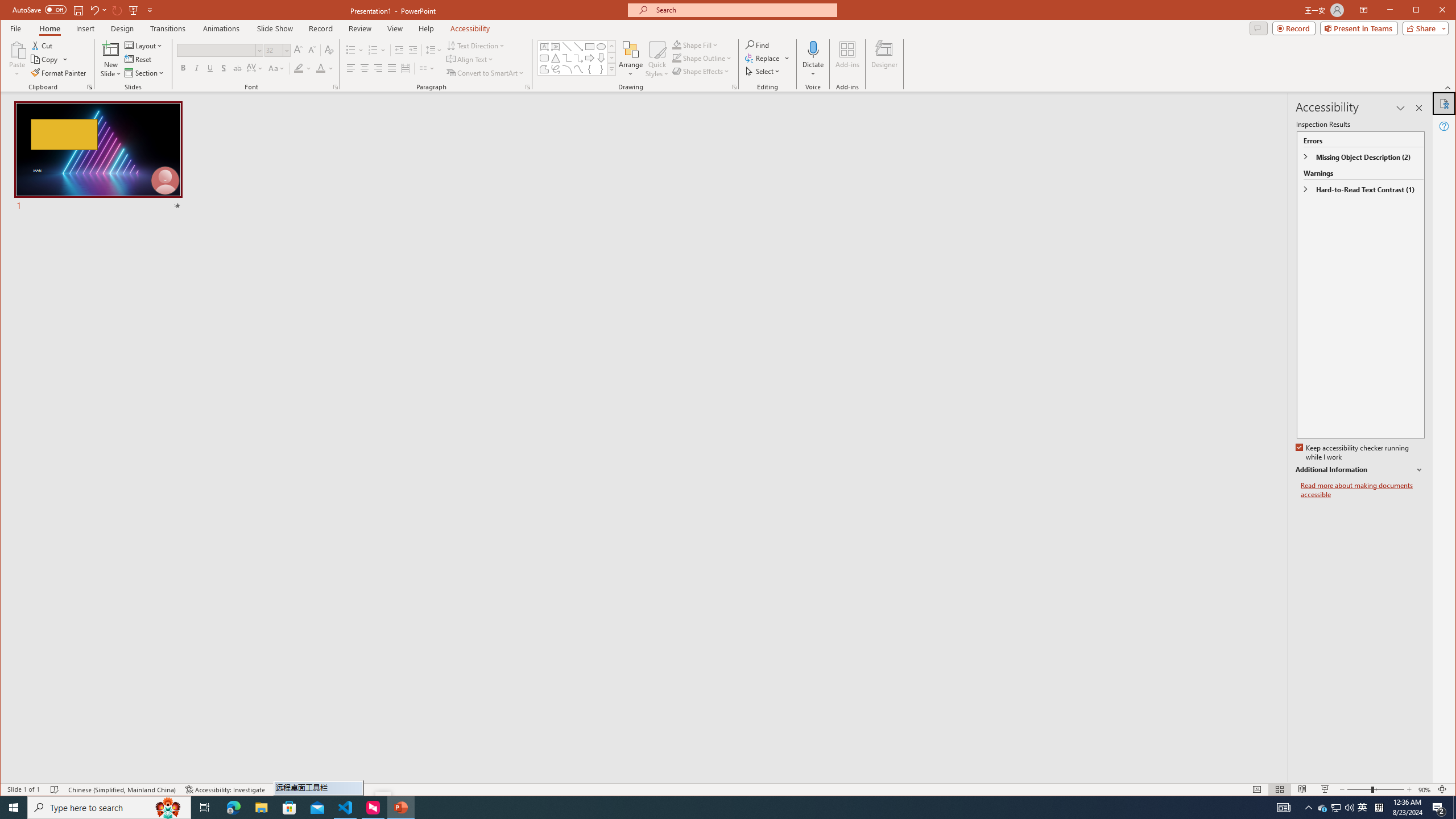 This screenshot has height=819, width=1456. I want to click on 'Font', so click(216, 50).